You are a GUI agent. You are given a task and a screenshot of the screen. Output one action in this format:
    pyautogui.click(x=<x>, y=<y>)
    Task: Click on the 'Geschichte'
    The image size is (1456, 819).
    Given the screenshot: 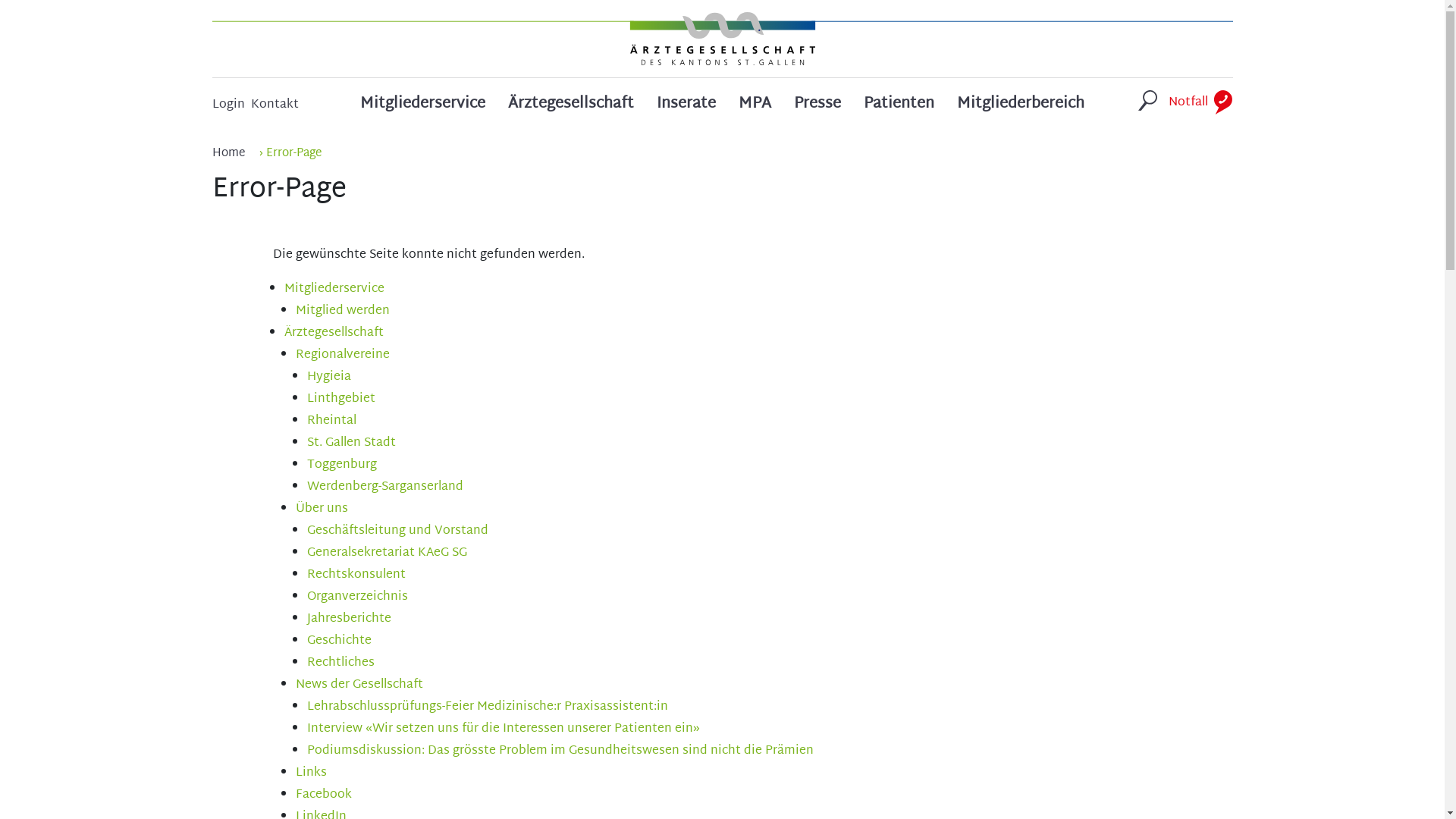 What is the action you would take?
    pyautogui.click(x=305, y=641)
    